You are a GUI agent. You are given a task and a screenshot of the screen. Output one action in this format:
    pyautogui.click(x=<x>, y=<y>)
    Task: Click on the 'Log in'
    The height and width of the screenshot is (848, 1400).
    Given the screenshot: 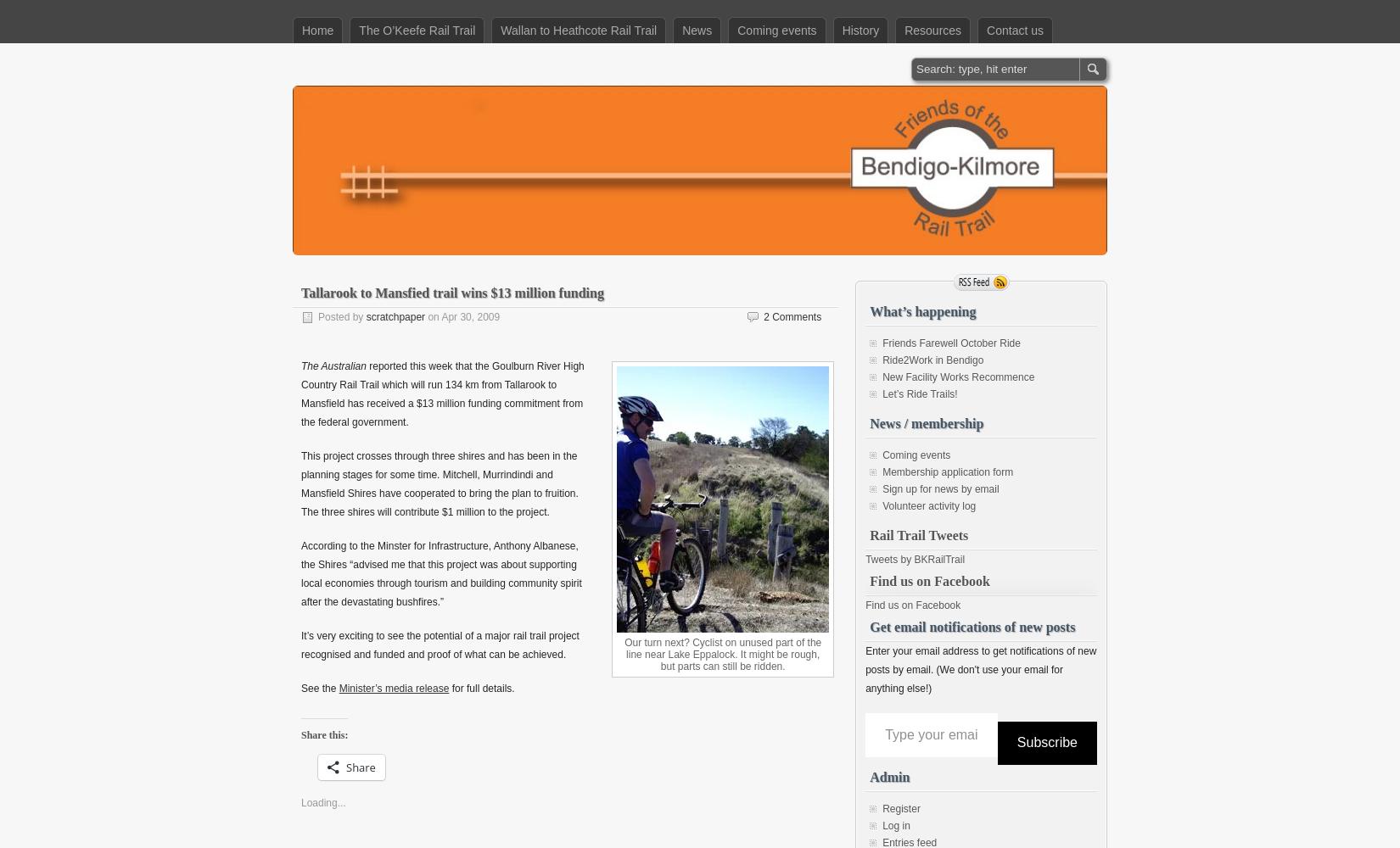 What is the action you would take?
    pyautogui.click(x=896, y=824)
    